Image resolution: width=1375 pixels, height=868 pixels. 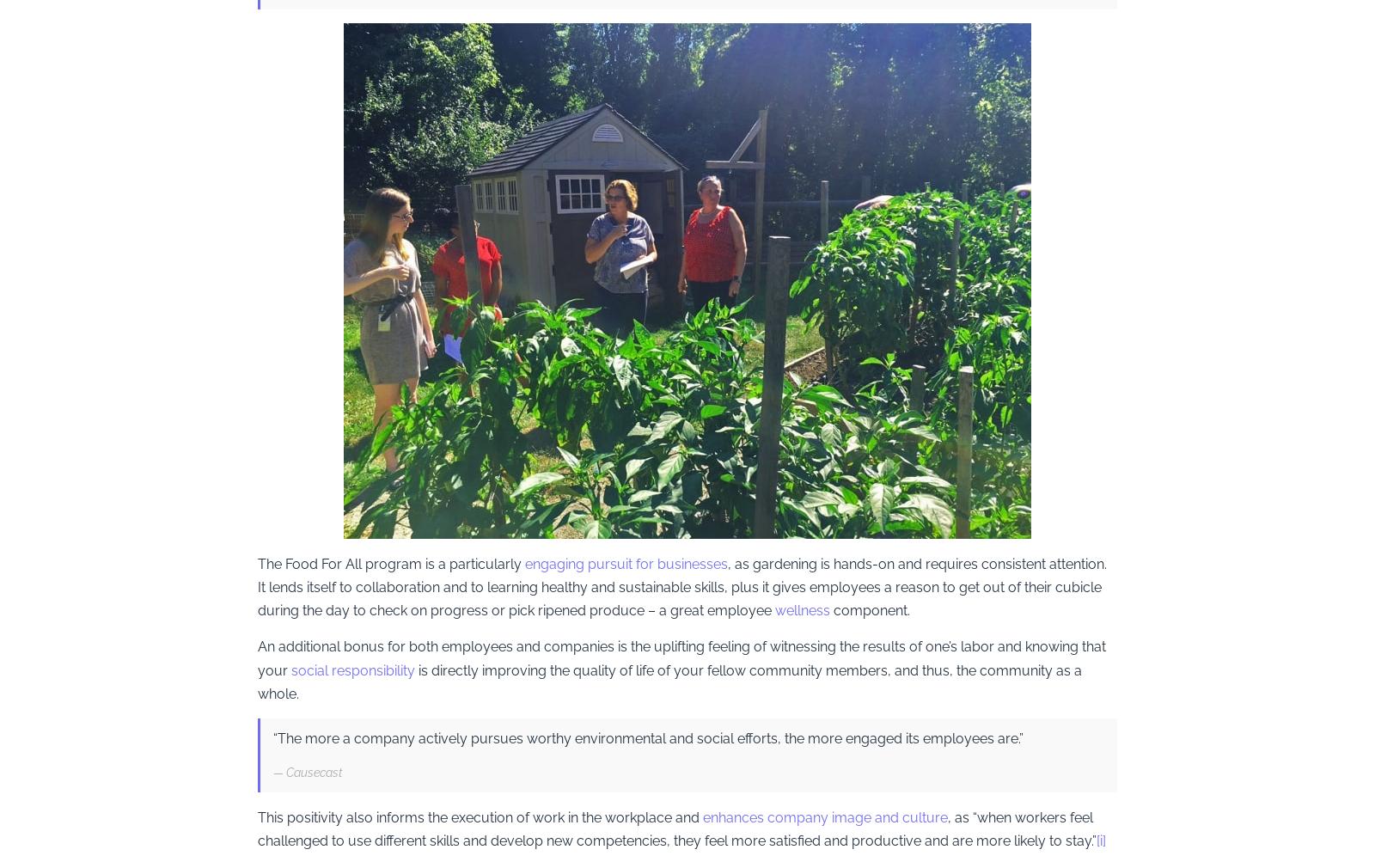 What do you see at coordinates (648, 737) in the screenshot?
I see `'“The more a company actively pursues worthy environmental and social efforts, the more engaged its employees are.”'` at bounding box center [648, 737].